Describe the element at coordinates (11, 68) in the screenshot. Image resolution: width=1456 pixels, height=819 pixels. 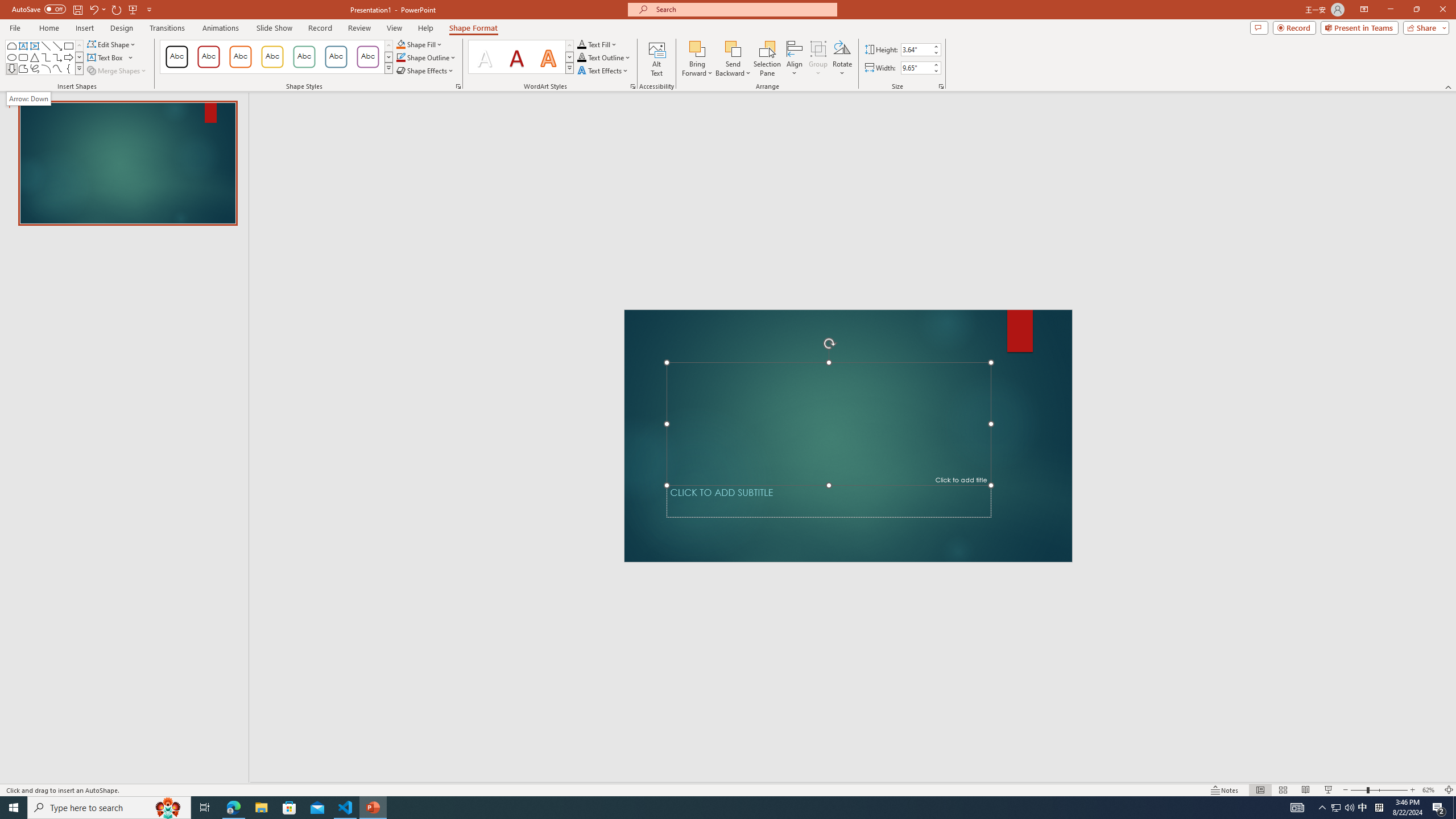
I see `'Arrow: Down'` at that location.